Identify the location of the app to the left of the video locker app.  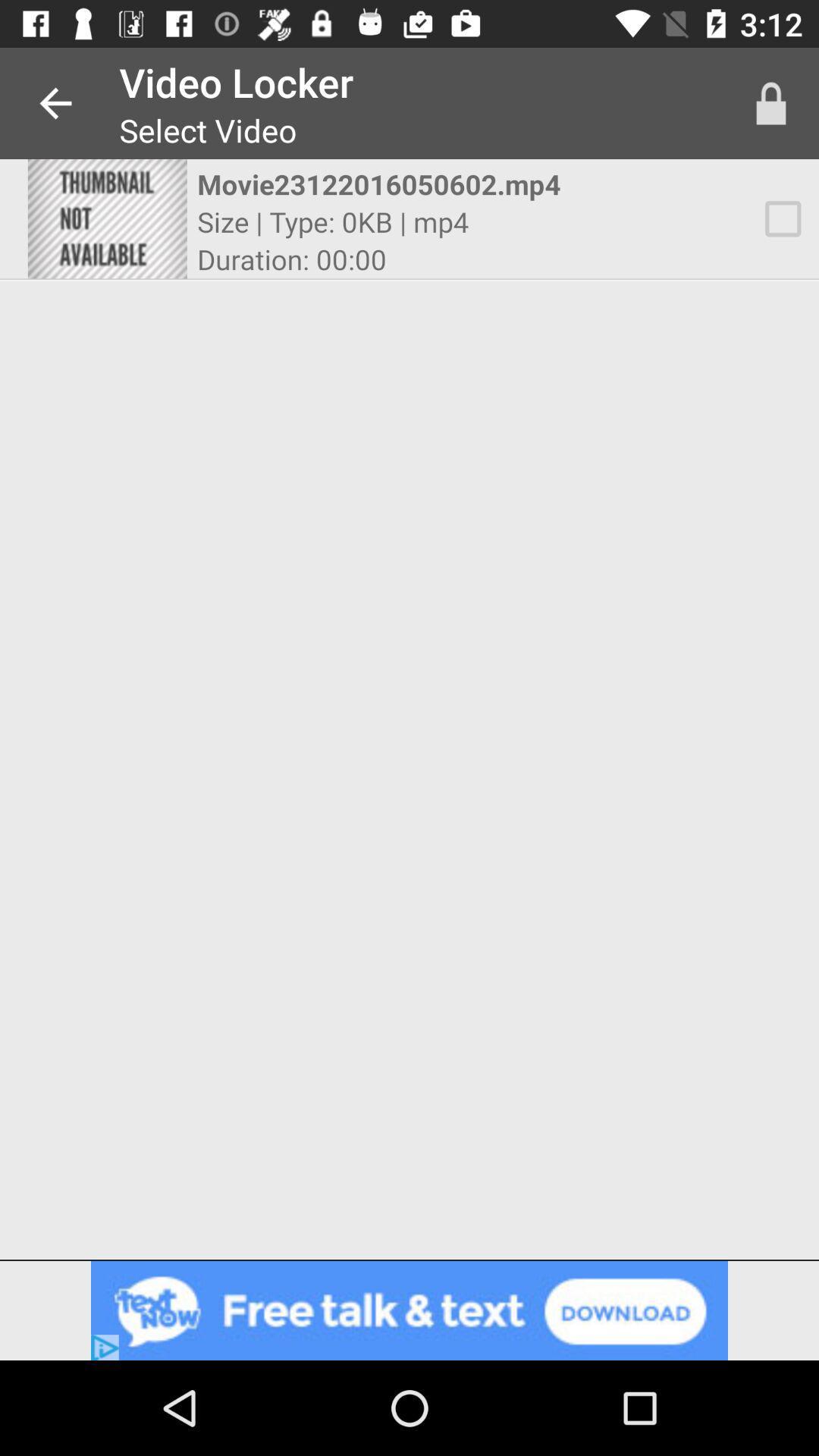
(55, 102).